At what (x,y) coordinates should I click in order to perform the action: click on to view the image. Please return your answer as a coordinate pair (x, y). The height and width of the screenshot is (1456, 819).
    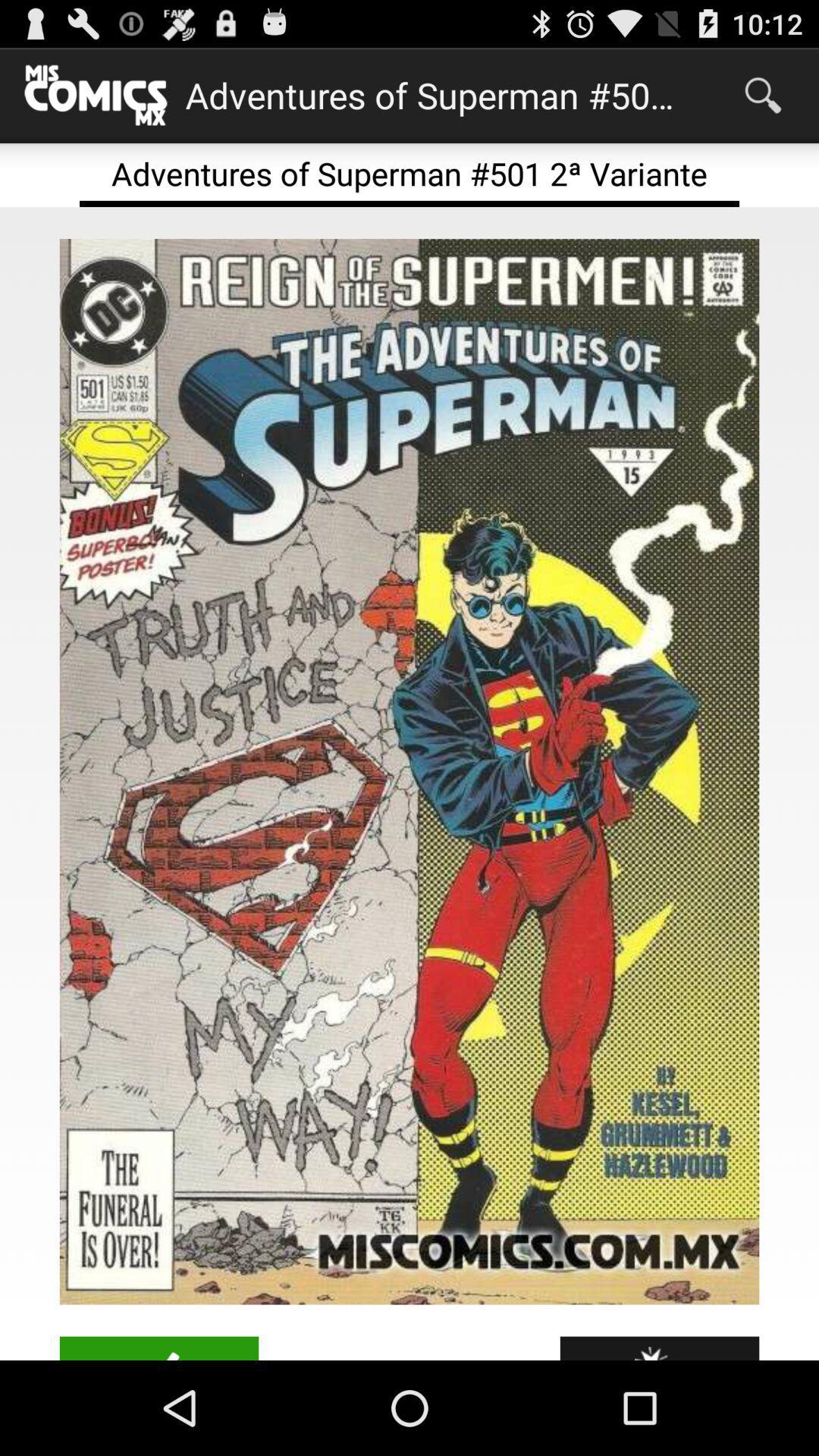
    Looking at the image, I should click on (409, 771).